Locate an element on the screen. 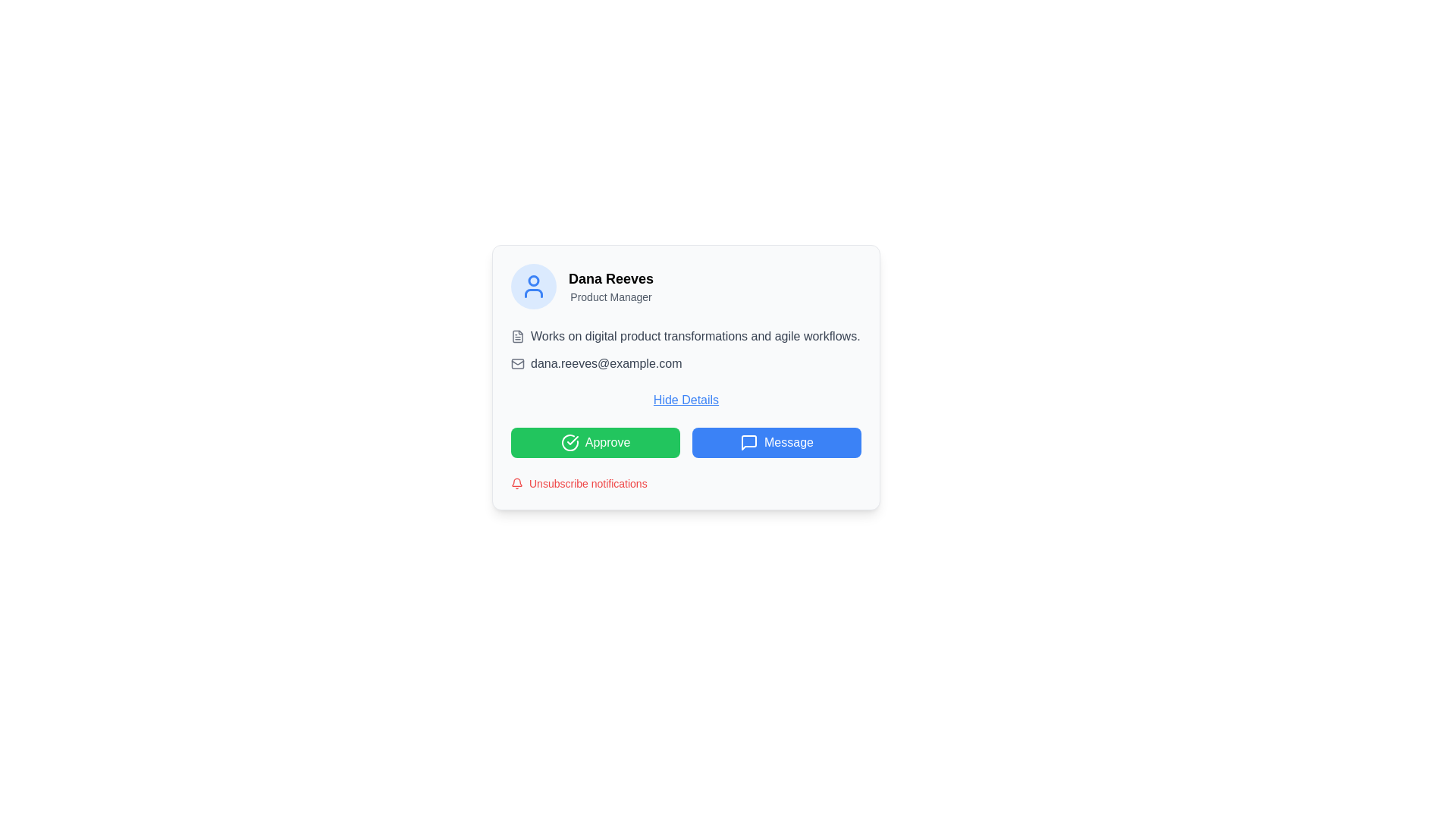 This screenshot has width=1456, height=819. the green button labeled 'Approve' with rounded corners is located at coordinates (595, 442).